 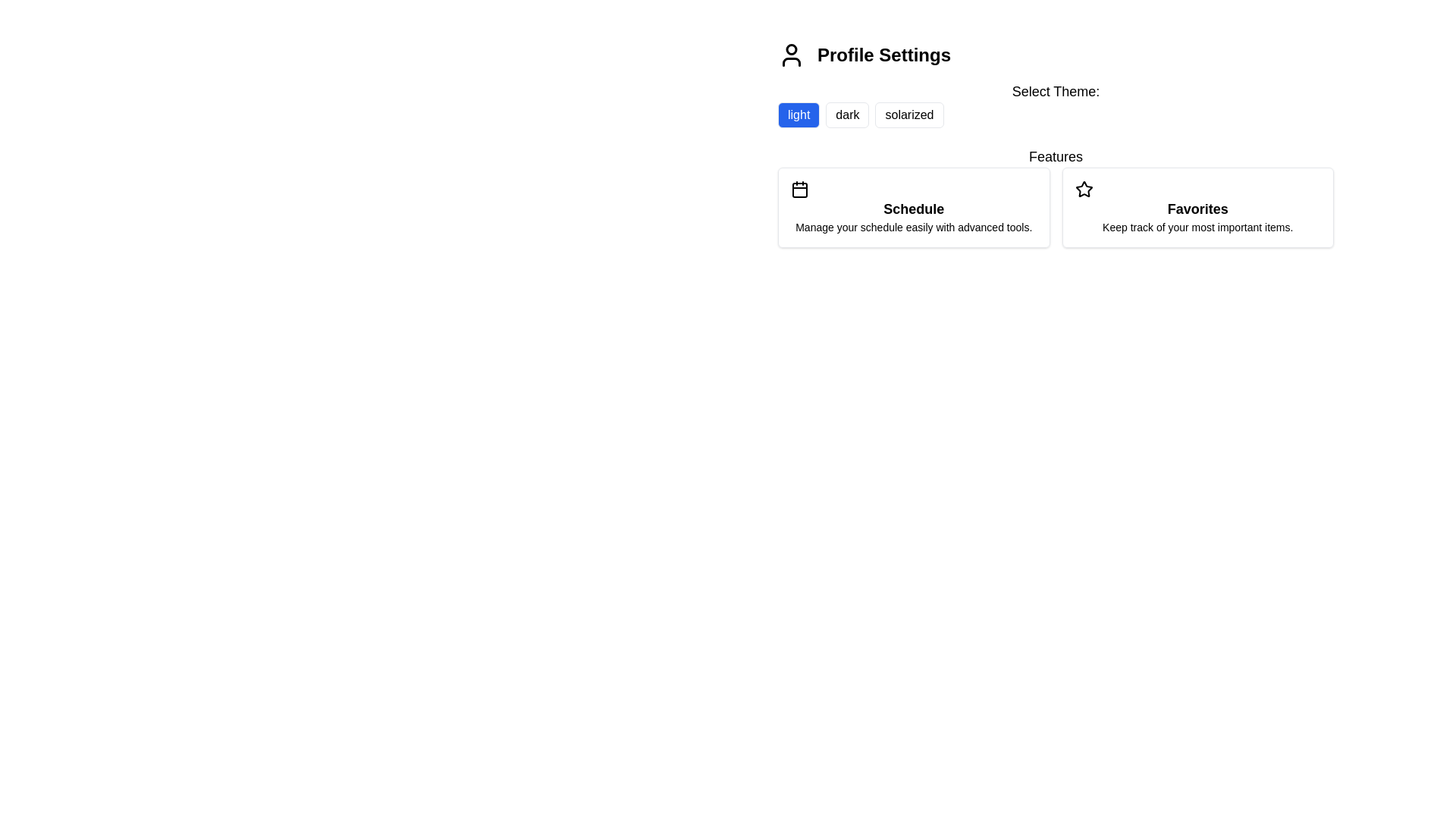 I want to click on the static text label for the 'Favorites' feature, which is located in the second feature card, directly below the star icon and above the descriptive text, so click(x=1197, y=209).